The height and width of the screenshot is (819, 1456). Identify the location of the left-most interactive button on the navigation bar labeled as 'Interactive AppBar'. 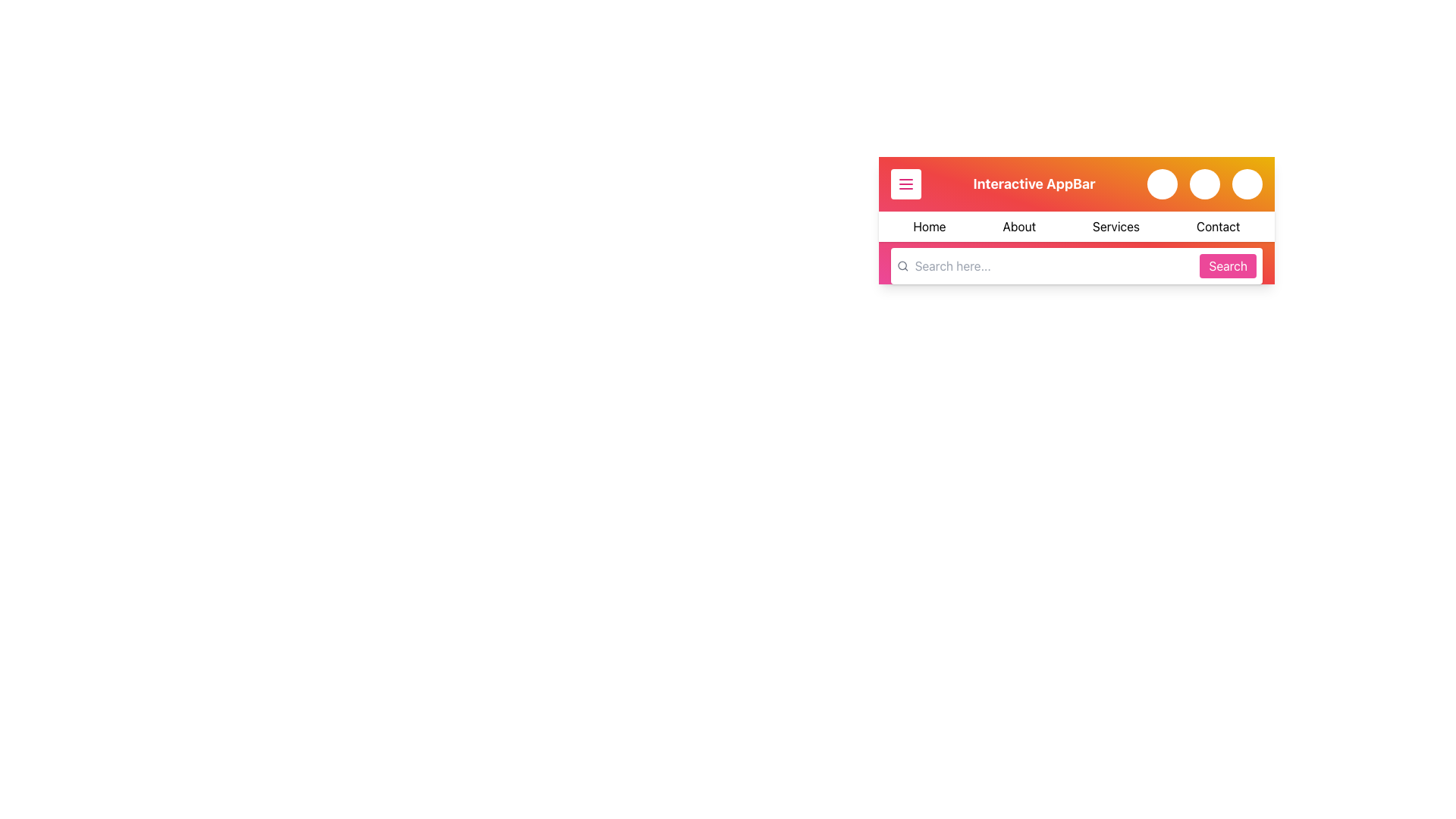
(906, 184).